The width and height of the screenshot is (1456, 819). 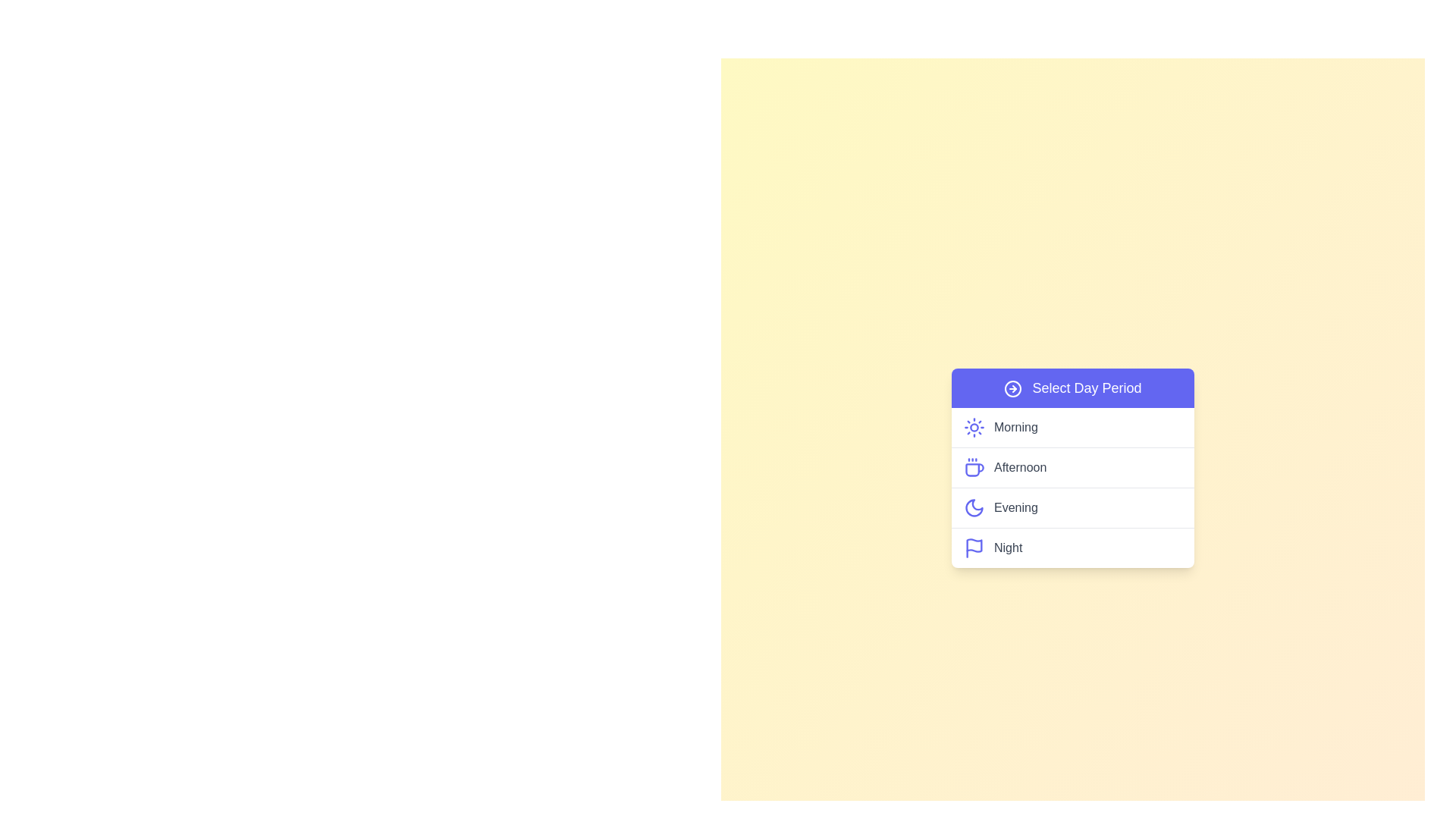 What do you see at coordinates (1072, 427) in the screenshot?
I see `the day period Morning from the menu` at bounding box center [1072, 427].